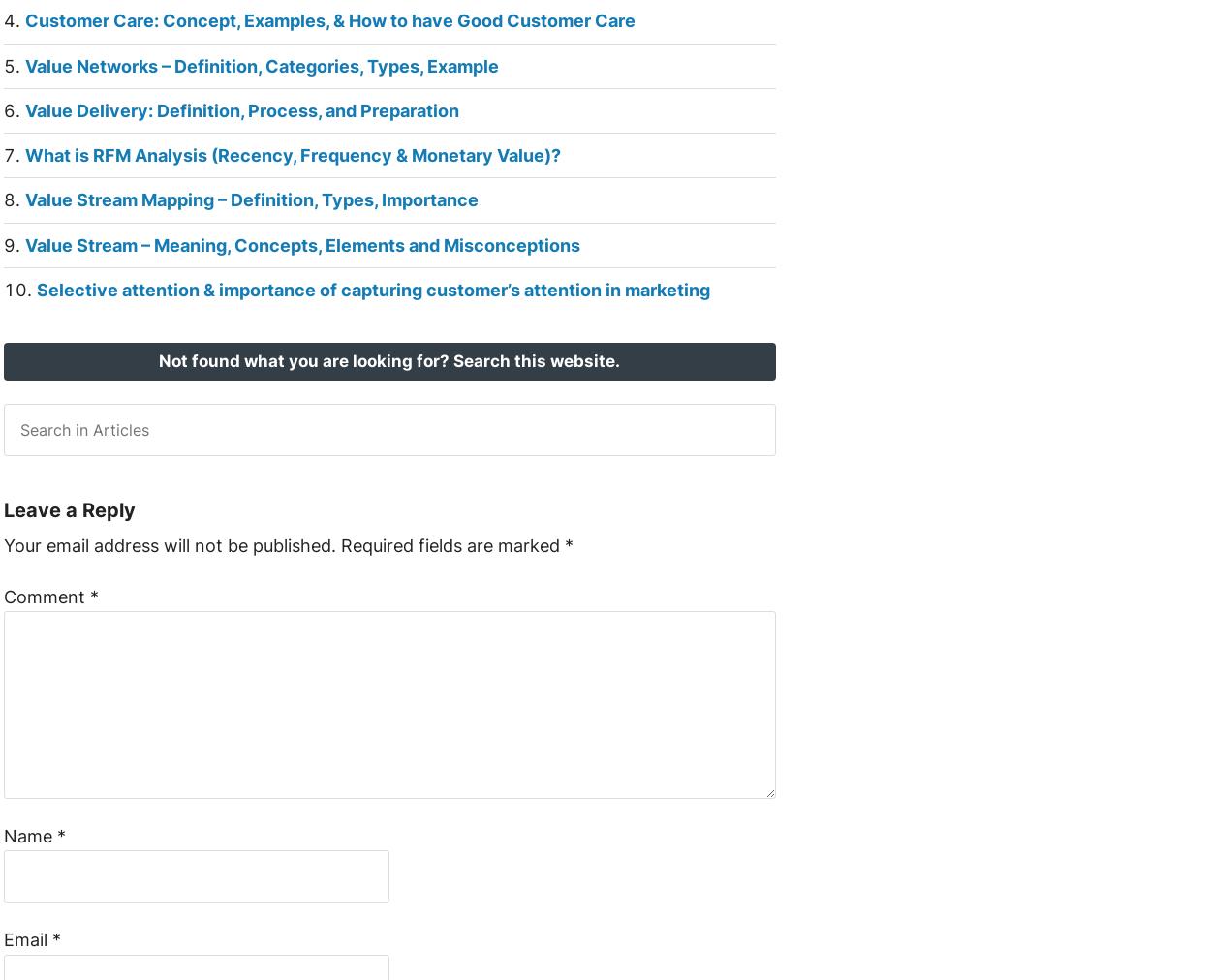 This screenshot has width=1211, height=980. What do you see at coordinates (389, 360) in the screenshot?
I see `'Not found what you are looking for? Search this website.'` at bounding box center [389, 360].